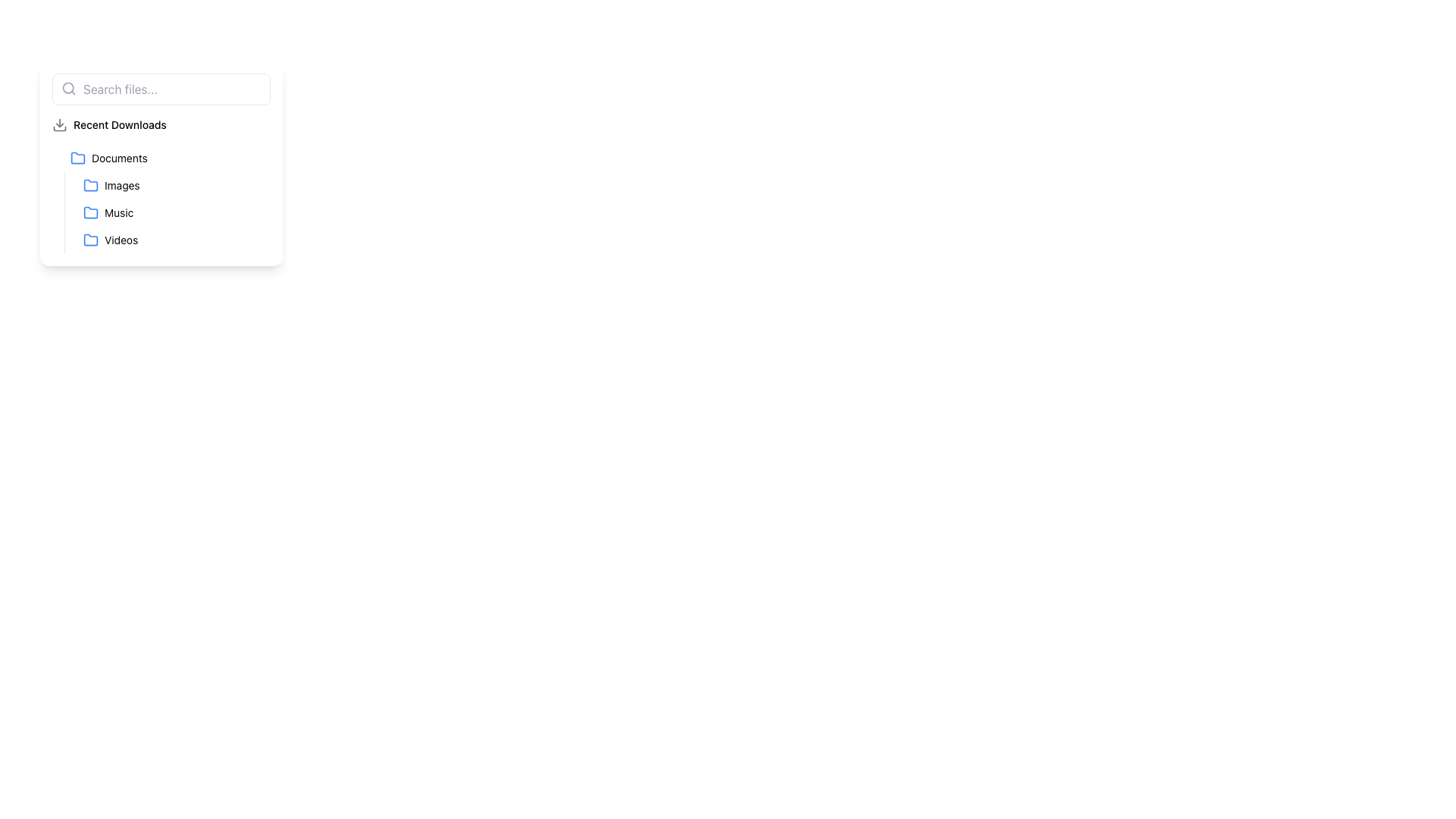  What do you see at coordinates (122, 185) in the screenshot?
I see `the 'Images' text label, which is located to the right of a blue folder icon and is the second folder listed under 'Recent Downloads'` at bounding box center [122, 185].